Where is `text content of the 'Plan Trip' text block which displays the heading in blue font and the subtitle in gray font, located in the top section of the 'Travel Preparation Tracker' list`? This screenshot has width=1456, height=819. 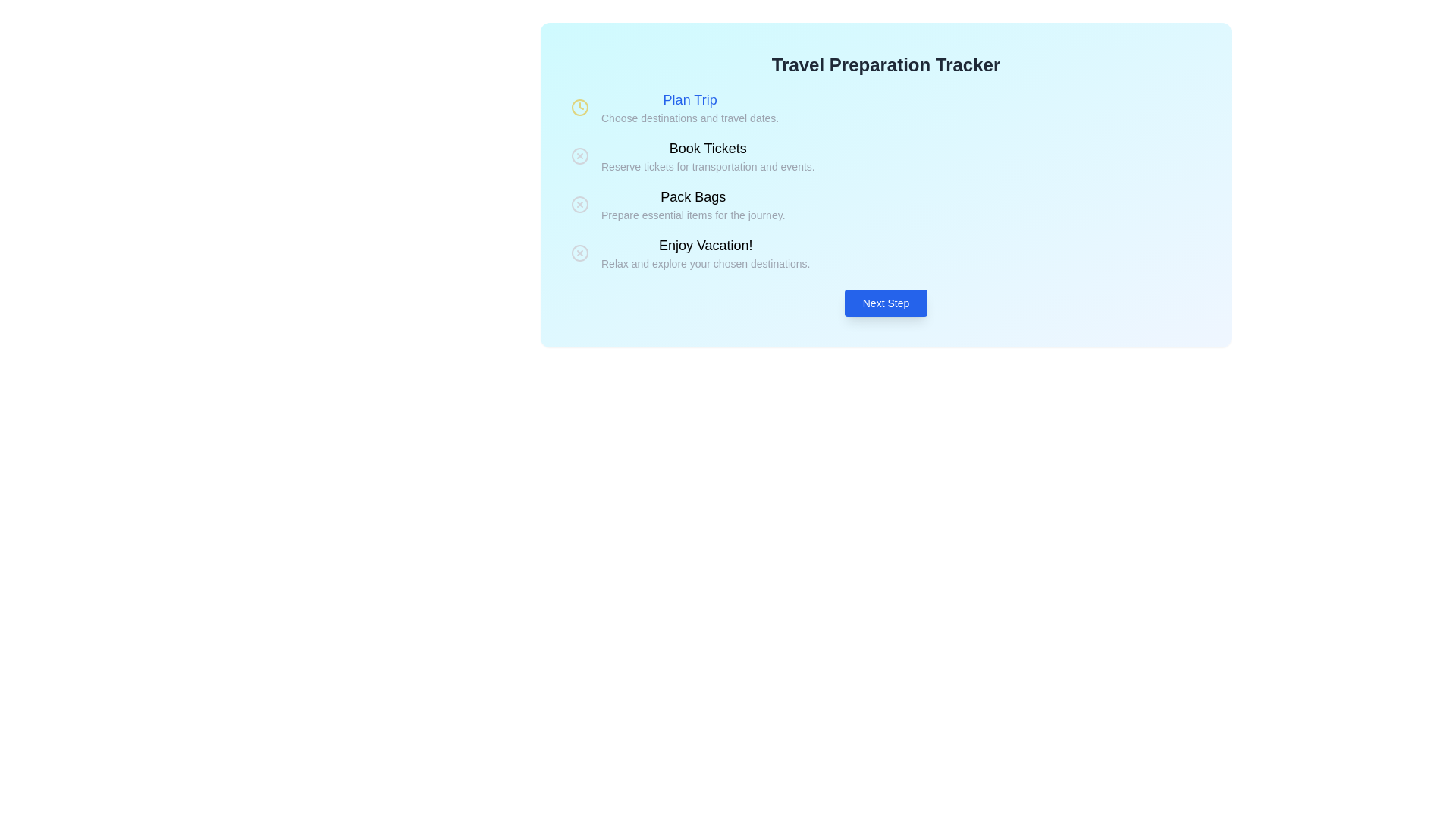 text content of the 'Plan Trip' text block which displays the heading in blue font and the subtitle in gray font, located in the top section of the 'Travel Preparation Tracker' list is located at coordinates (689, 107).